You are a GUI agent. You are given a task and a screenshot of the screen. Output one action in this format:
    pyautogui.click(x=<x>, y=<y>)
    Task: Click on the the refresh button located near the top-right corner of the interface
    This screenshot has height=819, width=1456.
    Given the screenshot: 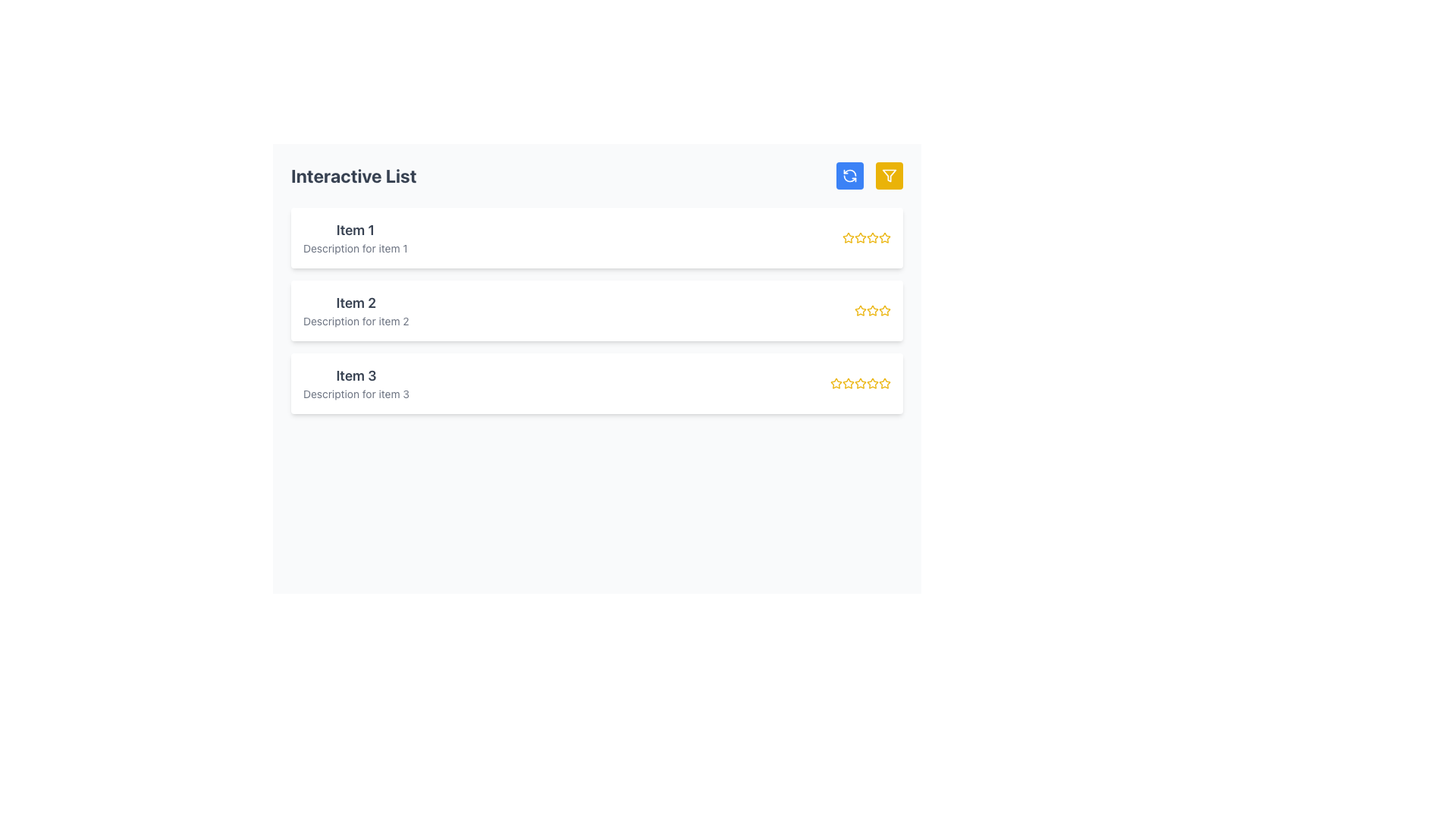 What is the action you would take?
    pyautogui.click(x=850, y=174)
    